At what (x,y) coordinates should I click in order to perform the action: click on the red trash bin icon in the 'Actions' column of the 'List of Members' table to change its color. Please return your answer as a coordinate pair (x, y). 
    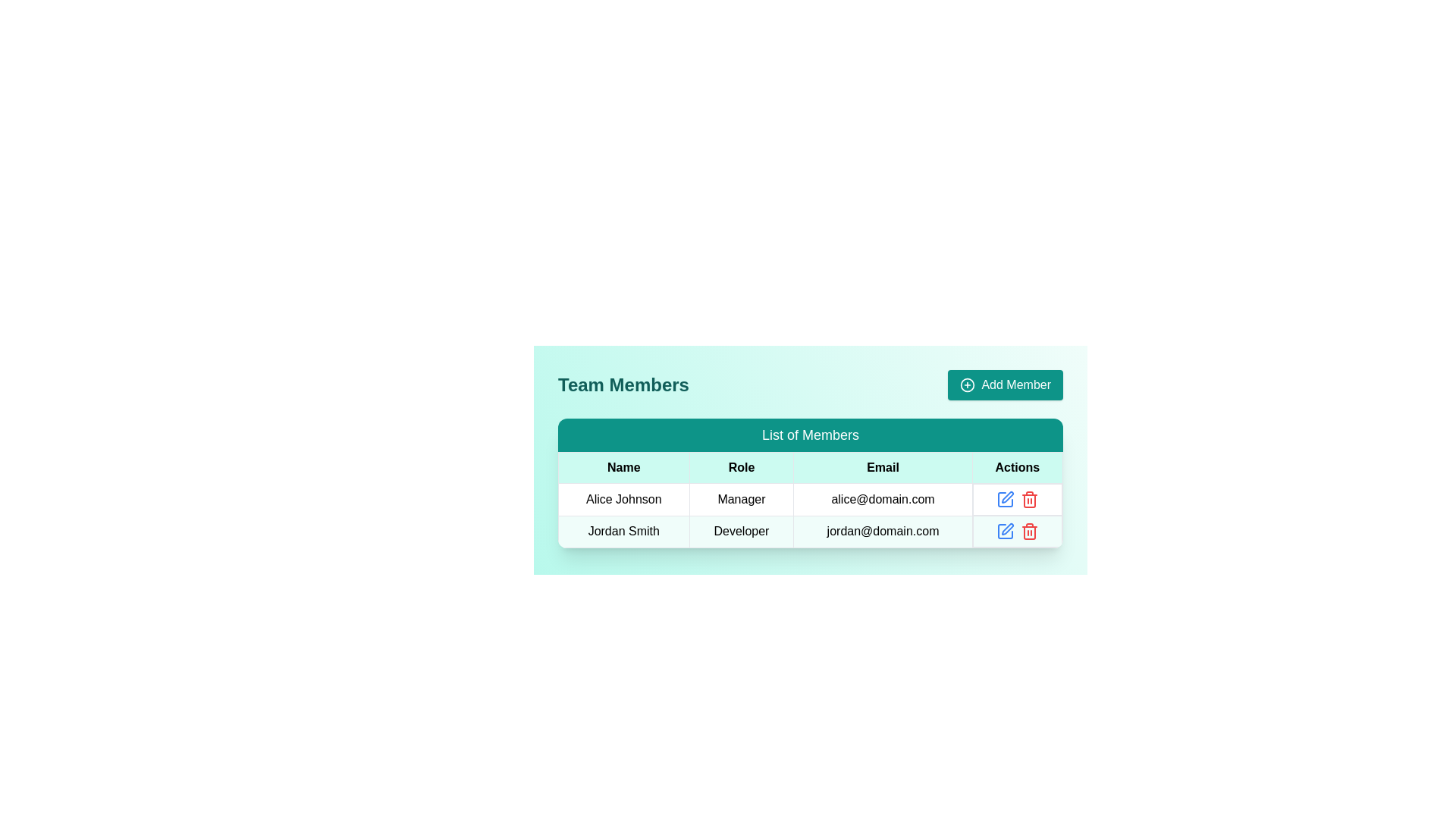
    Looking at the image, I should click on (1029, 500).